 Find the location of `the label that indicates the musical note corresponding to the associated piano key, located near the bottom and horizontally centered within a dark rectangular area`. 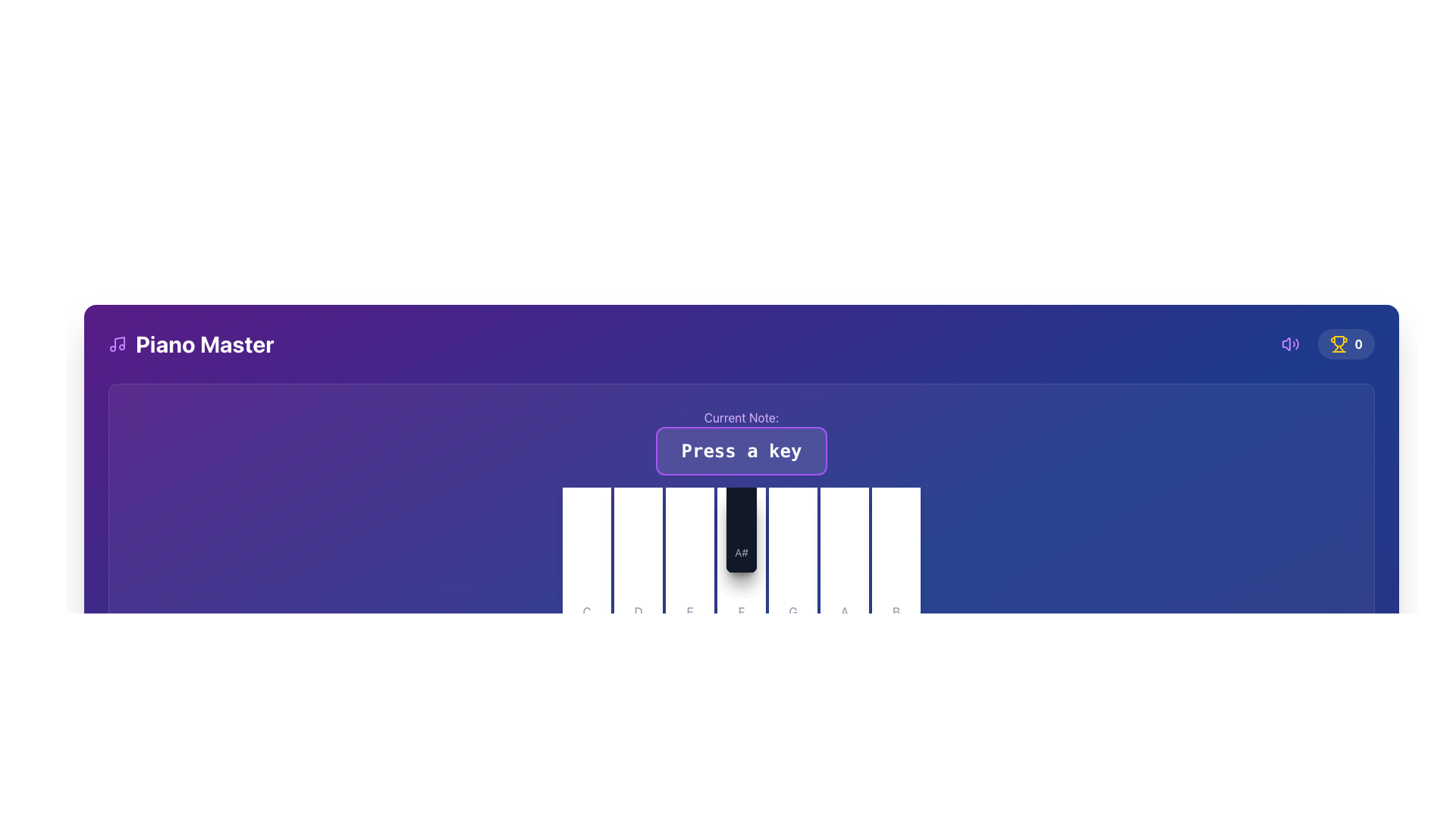

the label that indicates the musical note corresponding to the associated piano key, located near the bottom and horizontally centered within a dark rectangular area is located at coordinates (742, 553).